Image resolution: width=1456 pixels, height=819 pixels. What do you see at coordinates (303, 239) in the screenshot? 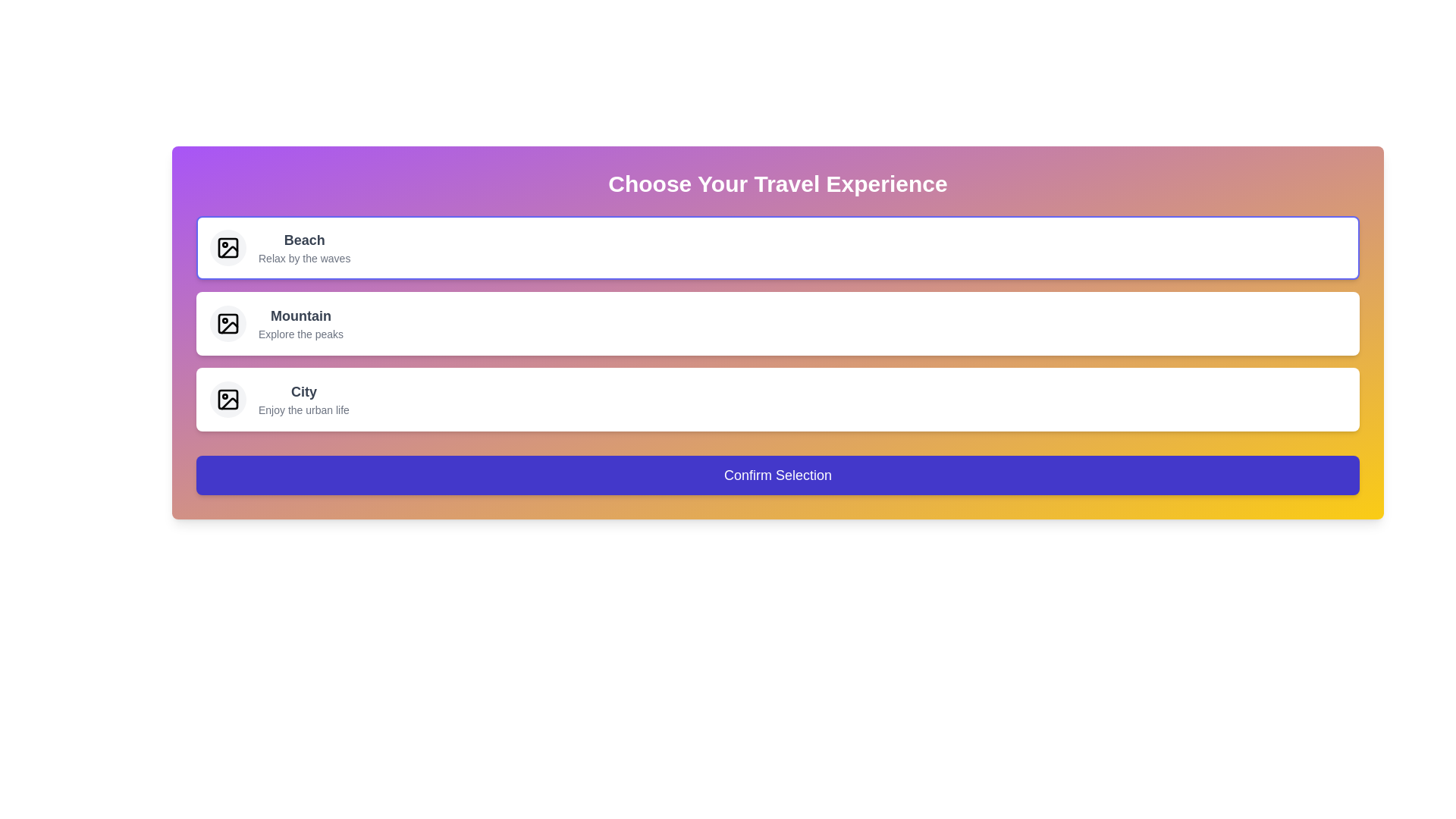
I see `the text label displaying 'Beach' in bold gray font, which is the first option in the list of travel destinations` at bounding box center [303, 239].